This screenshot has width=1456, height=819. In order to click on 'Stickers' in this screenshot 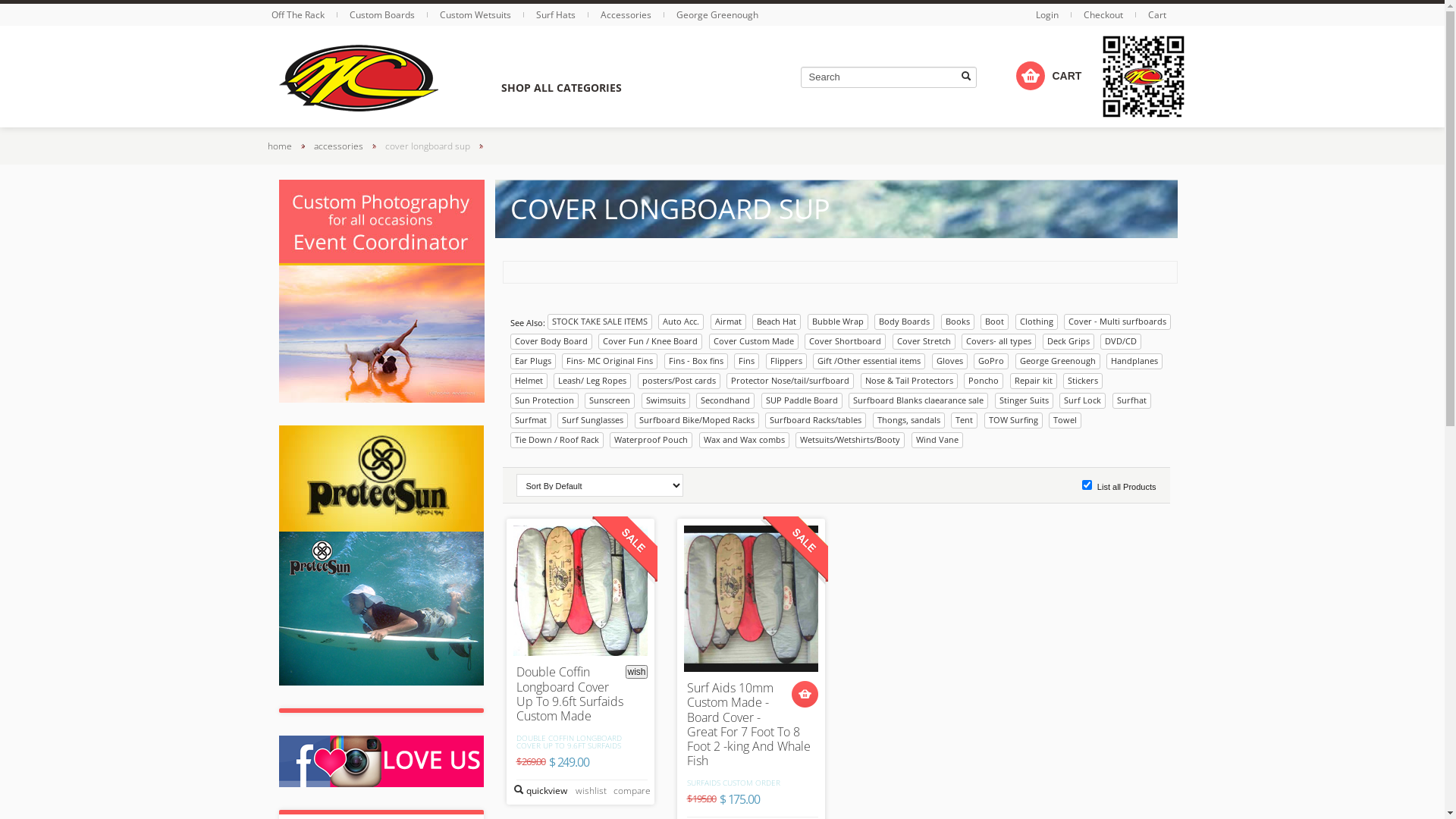, I will do `click(1082, 380)`.